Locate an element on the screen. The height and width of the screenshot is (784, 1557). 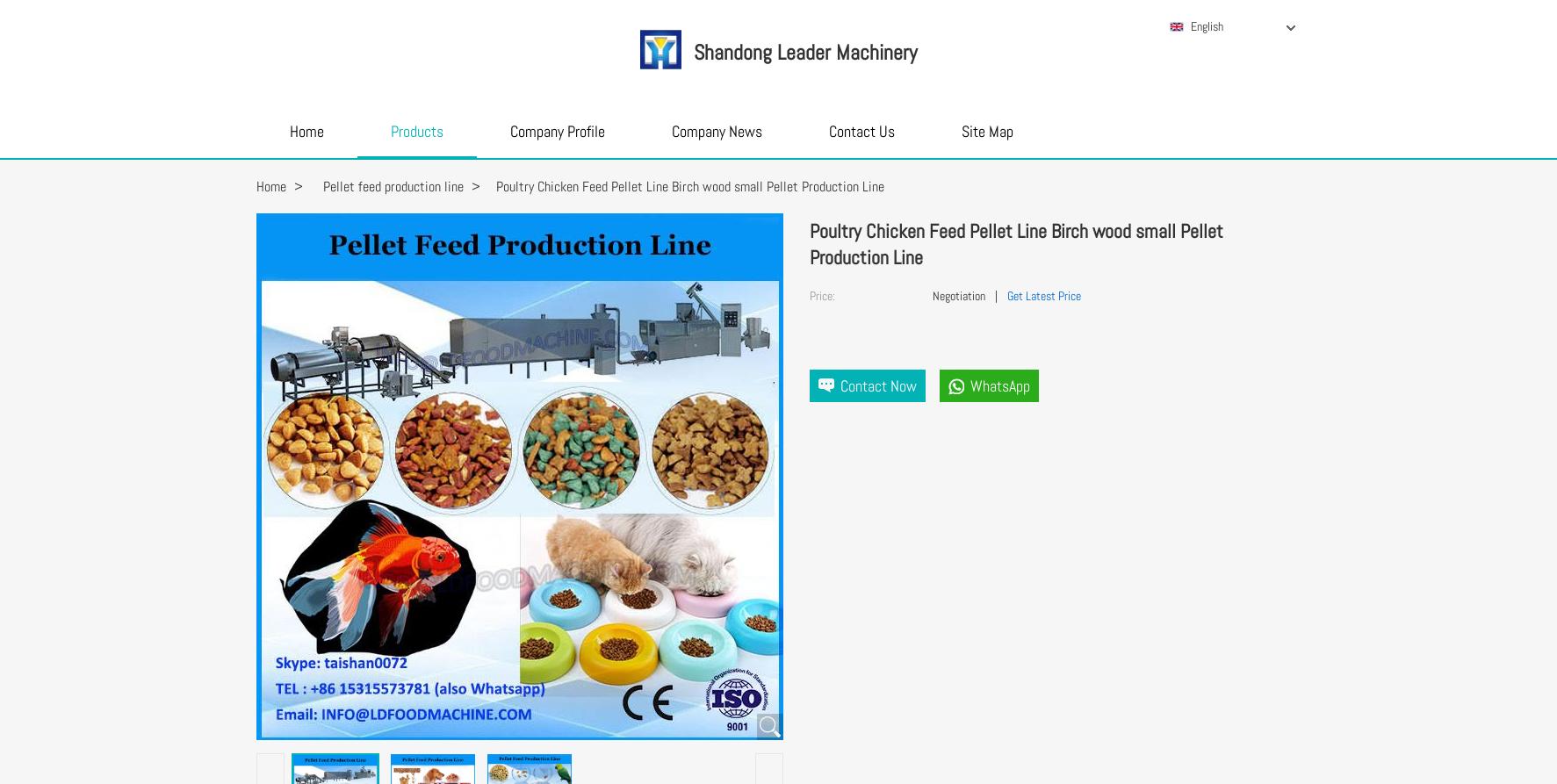
'Negotiation' is located at coordinates (957, 296).